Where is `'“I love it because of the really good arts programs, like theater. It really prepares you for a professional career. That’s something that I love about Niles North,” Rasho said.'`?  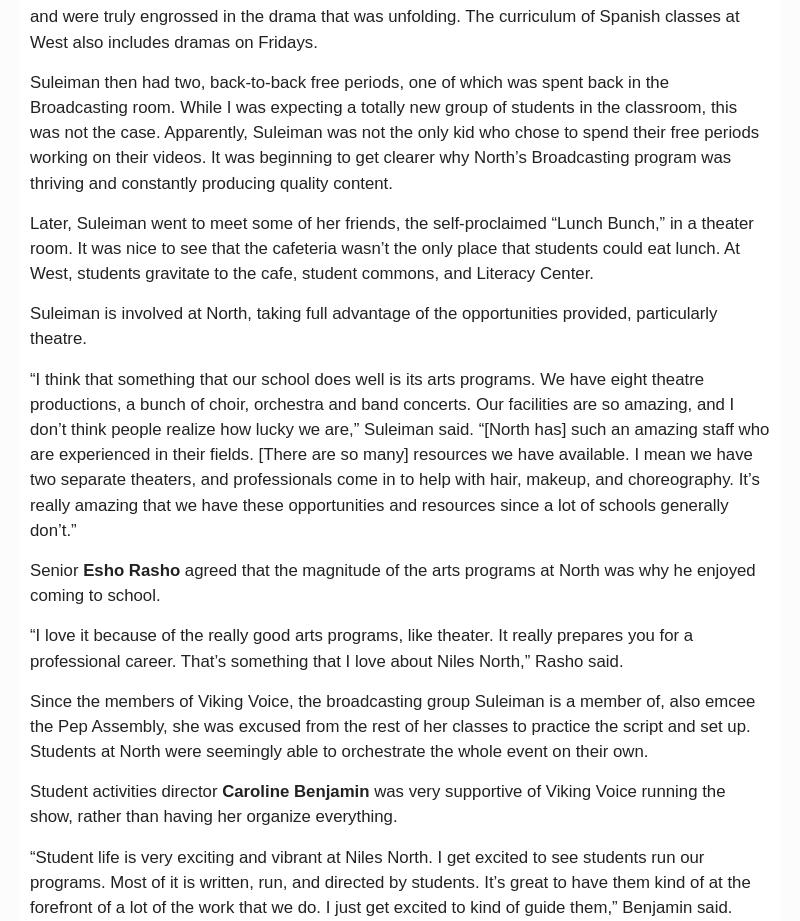 '“I love it because of the really good arts programs, like theater. It really prepares you for a professional career. That’s something that I love about Niles North,” Rasho said.' is located at coordinates (361, 648).